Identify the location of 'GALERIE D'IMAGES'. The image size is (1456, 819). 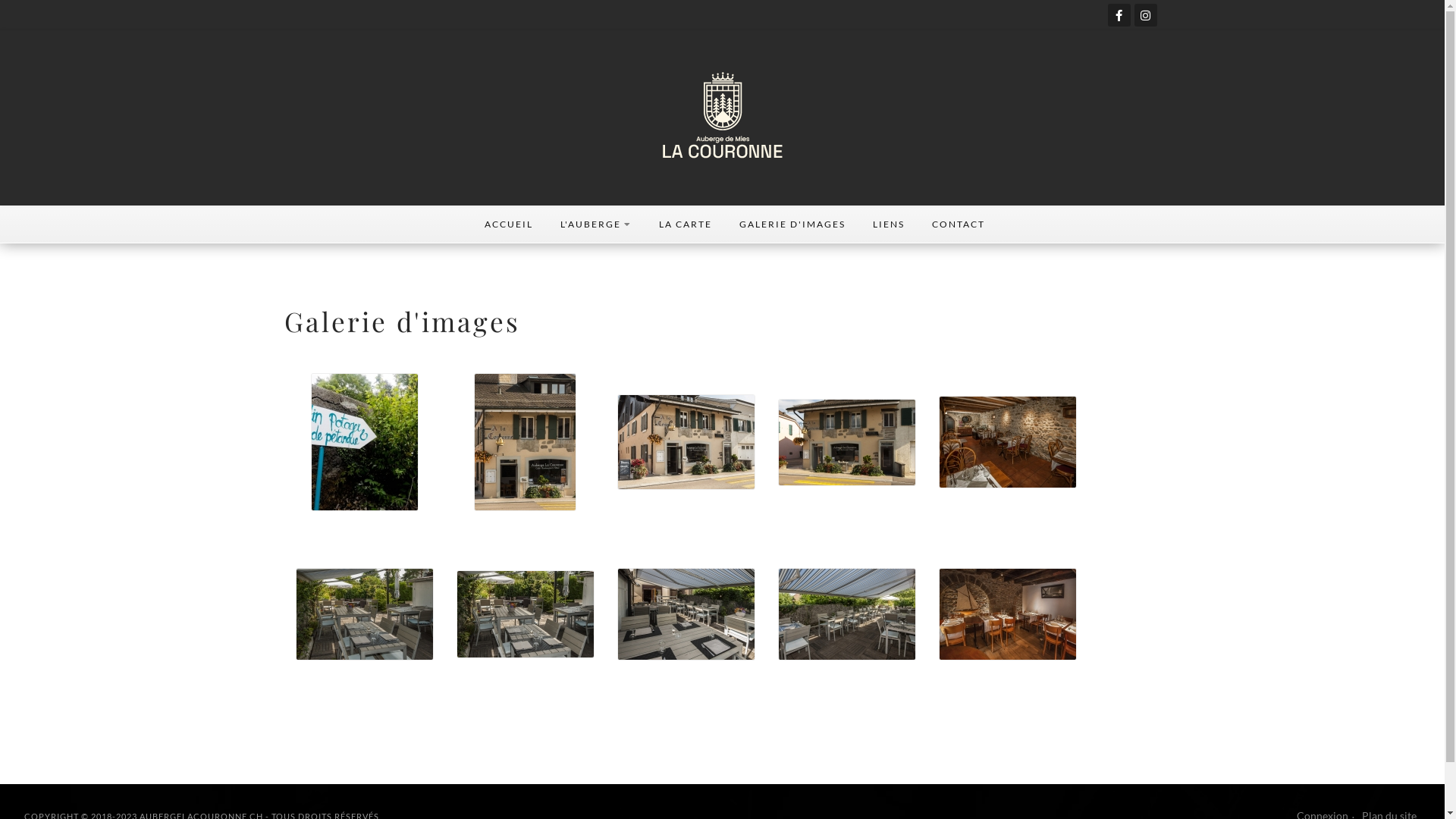
(790, 224).